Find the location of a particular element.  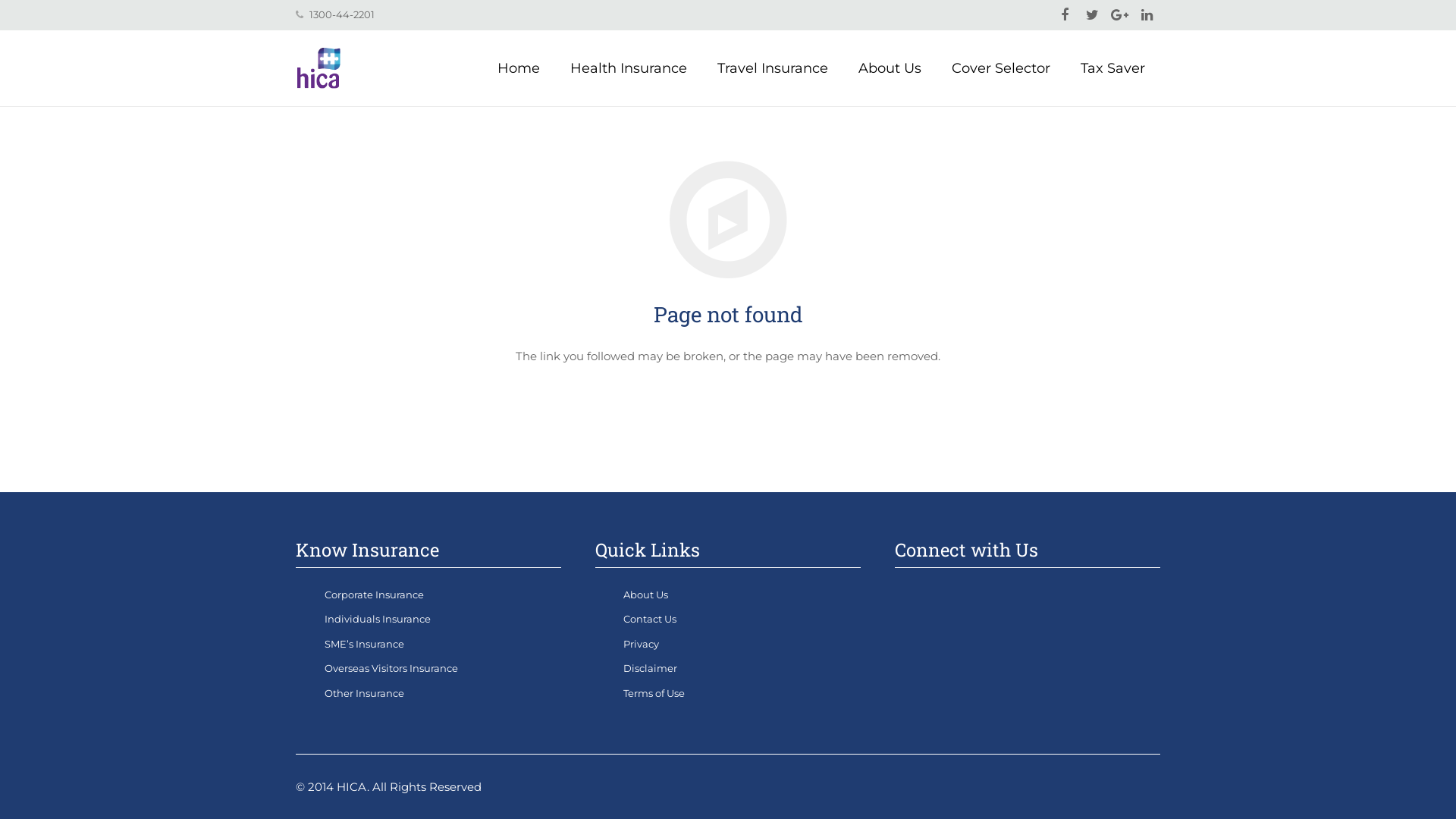

'Contact Us' is located at coordinates (650, 619).